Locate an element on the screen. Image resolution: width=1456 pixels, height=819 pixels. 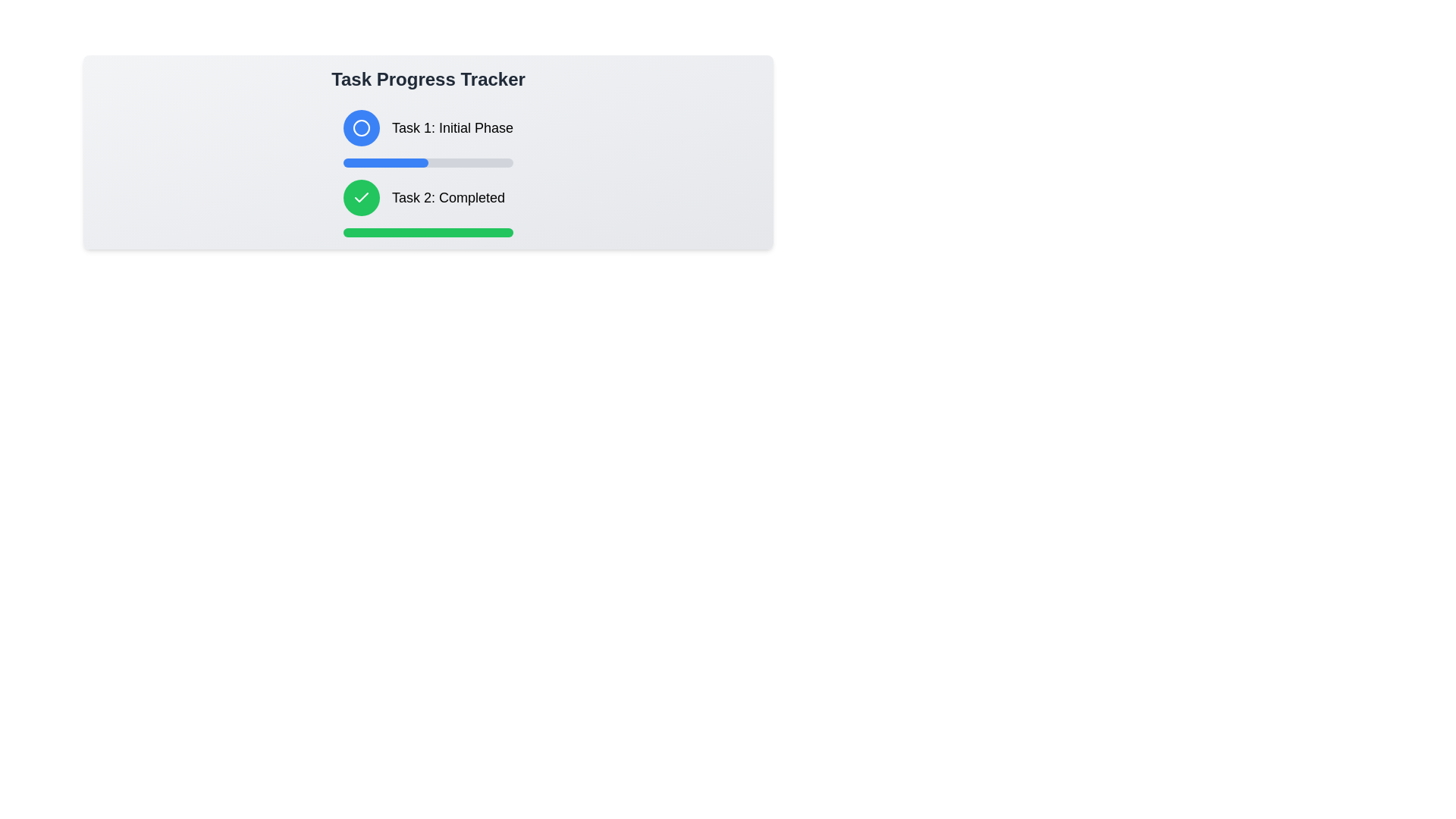
the completion icon located to the left of the text 'Task 2: Completed', which signifies that the associated task has been completed is located at coordinates (360, 197).